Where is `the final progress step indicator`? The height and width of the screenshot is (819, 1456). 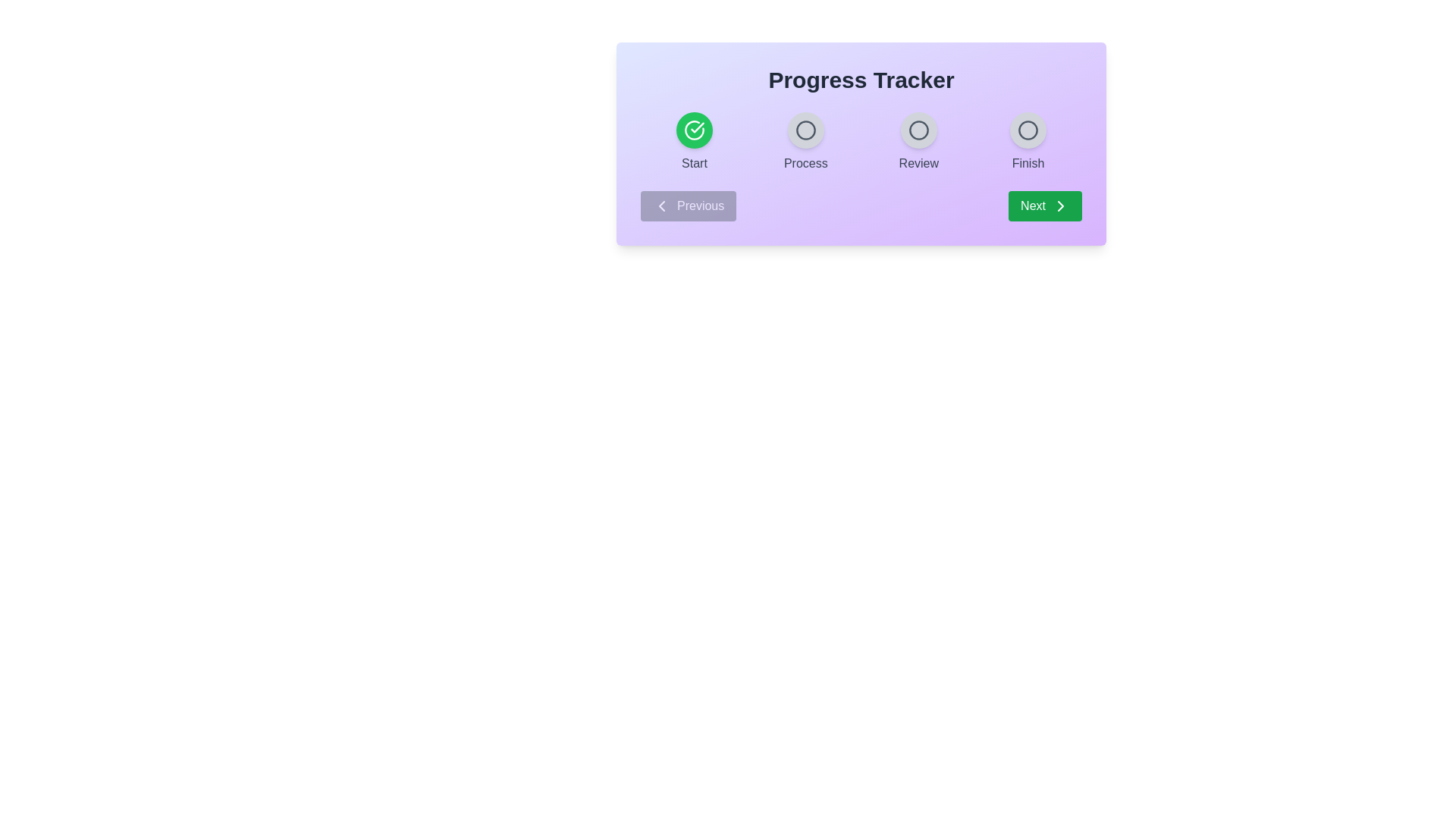 the final progress step indicator is located at coordinates (1028, 143).